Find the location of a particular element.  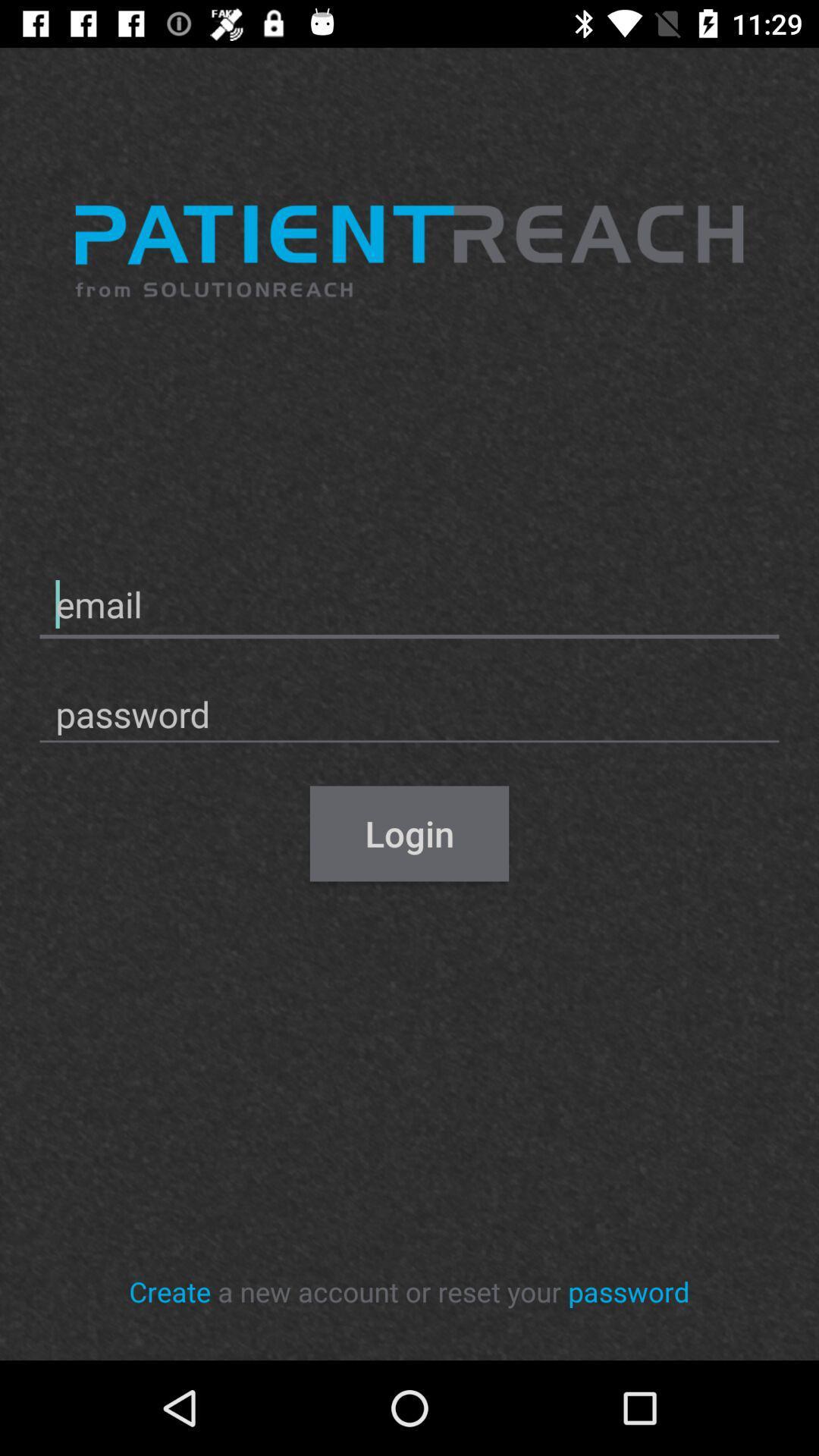

the create icon is located at coordinates (170, 1291).